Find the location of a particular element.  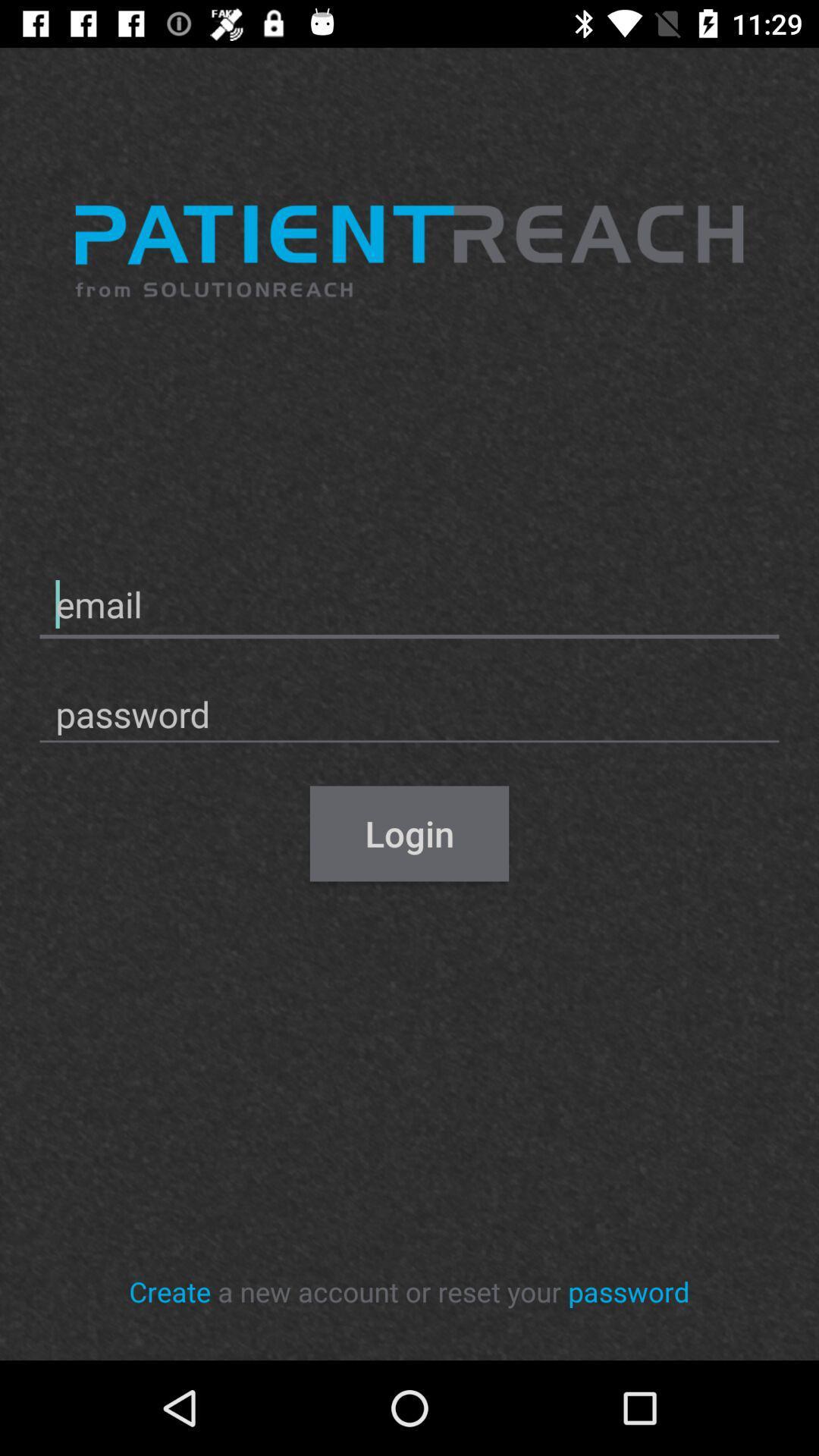

the create icon is located at coordinates (170, 1291).